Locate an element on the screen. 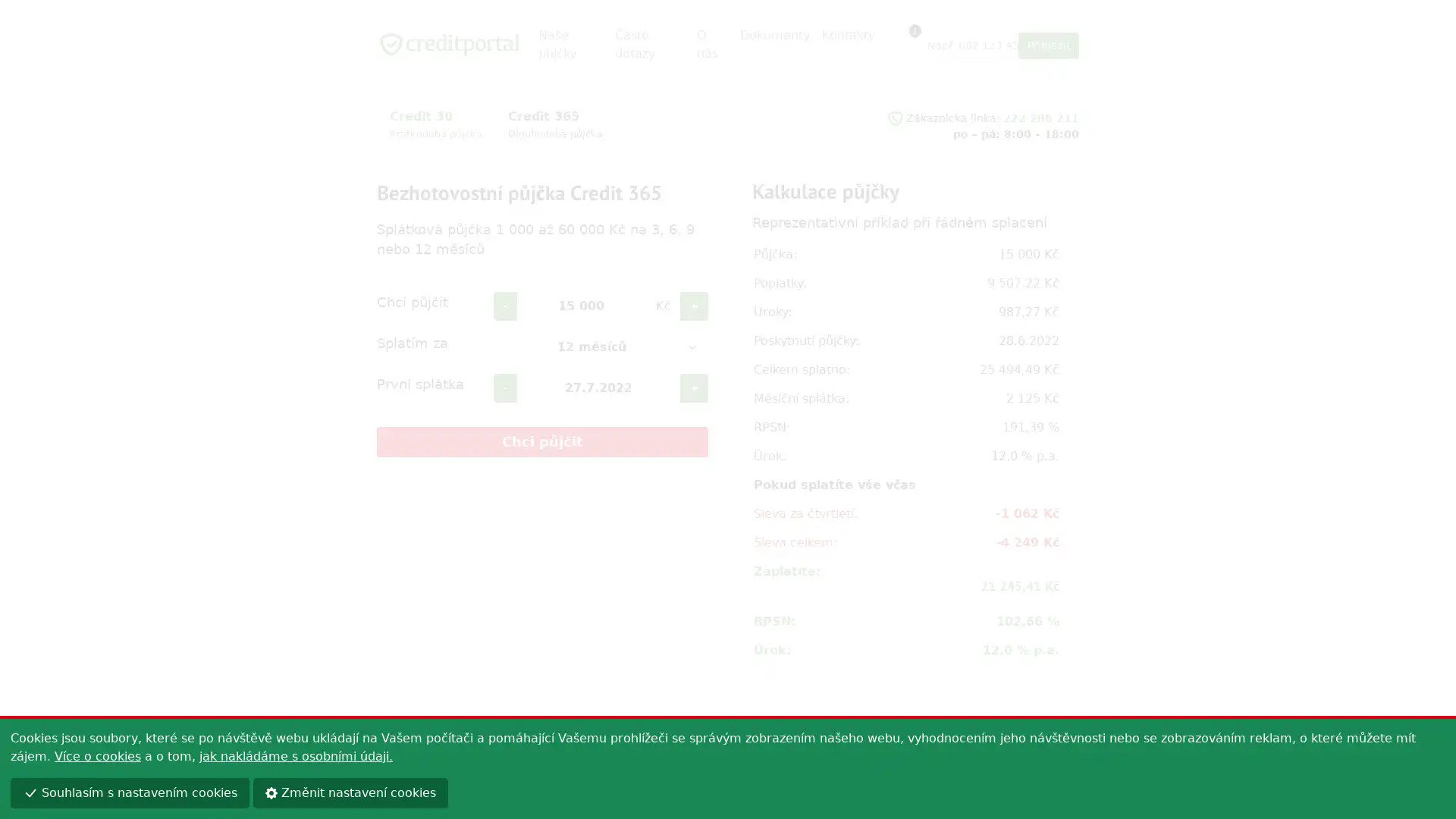 This screenshot has height=819, width=1456. - is located at coordinates (504, 386).